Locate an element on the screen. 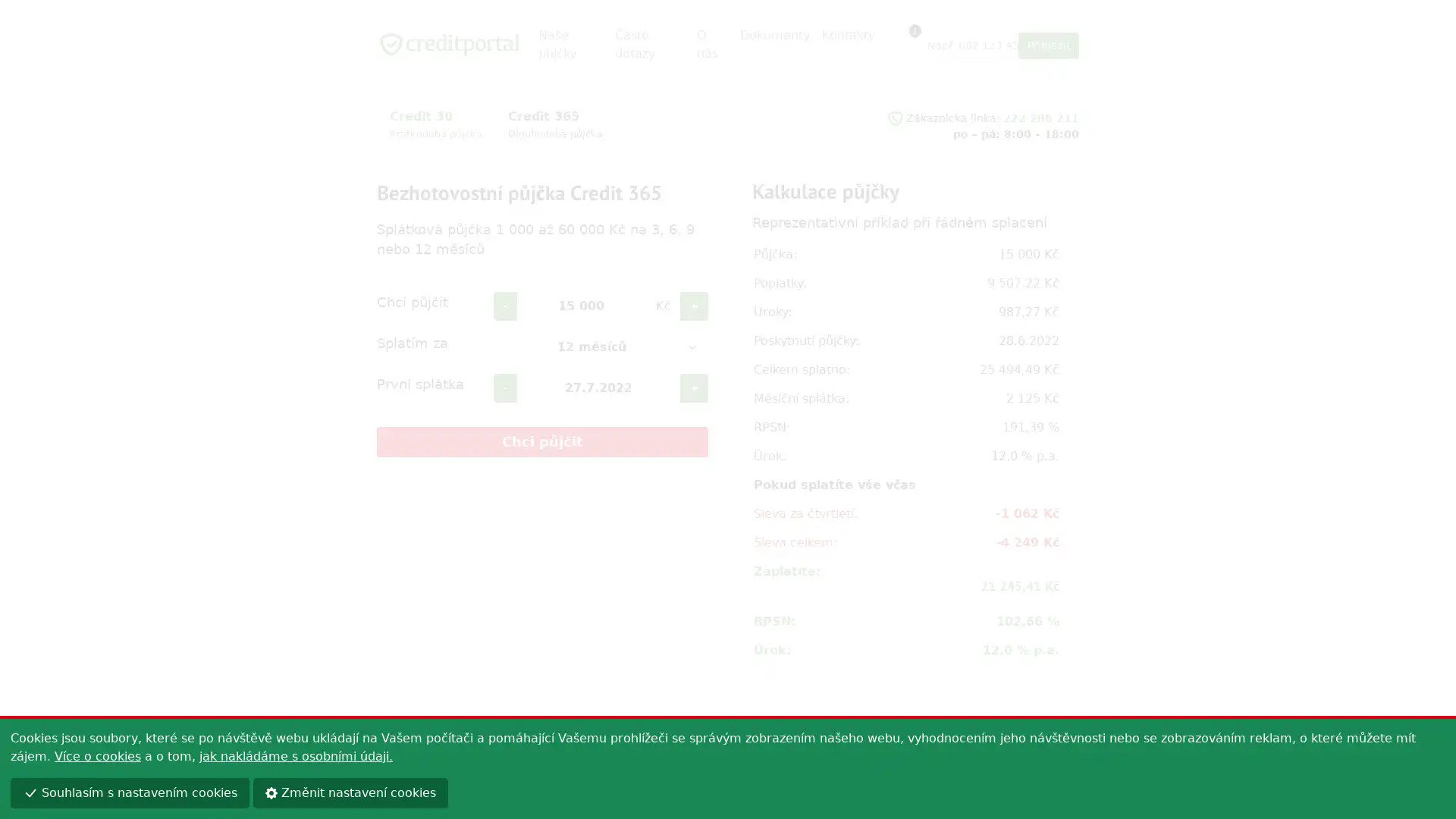 This screenshot has height=819, width=1456. - is located at coordinates (504, 386).